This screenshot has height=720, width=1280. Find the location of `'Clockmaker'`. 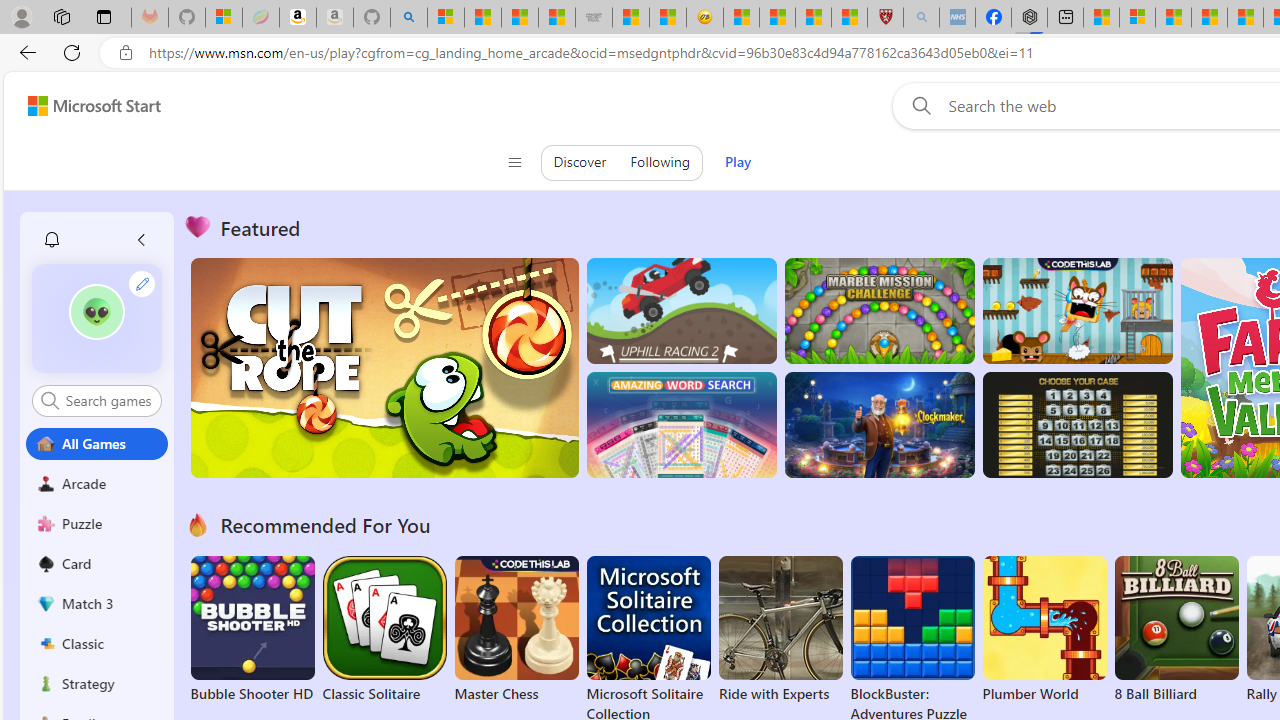

'Clockmaker' is located at coordinates (879, 424).